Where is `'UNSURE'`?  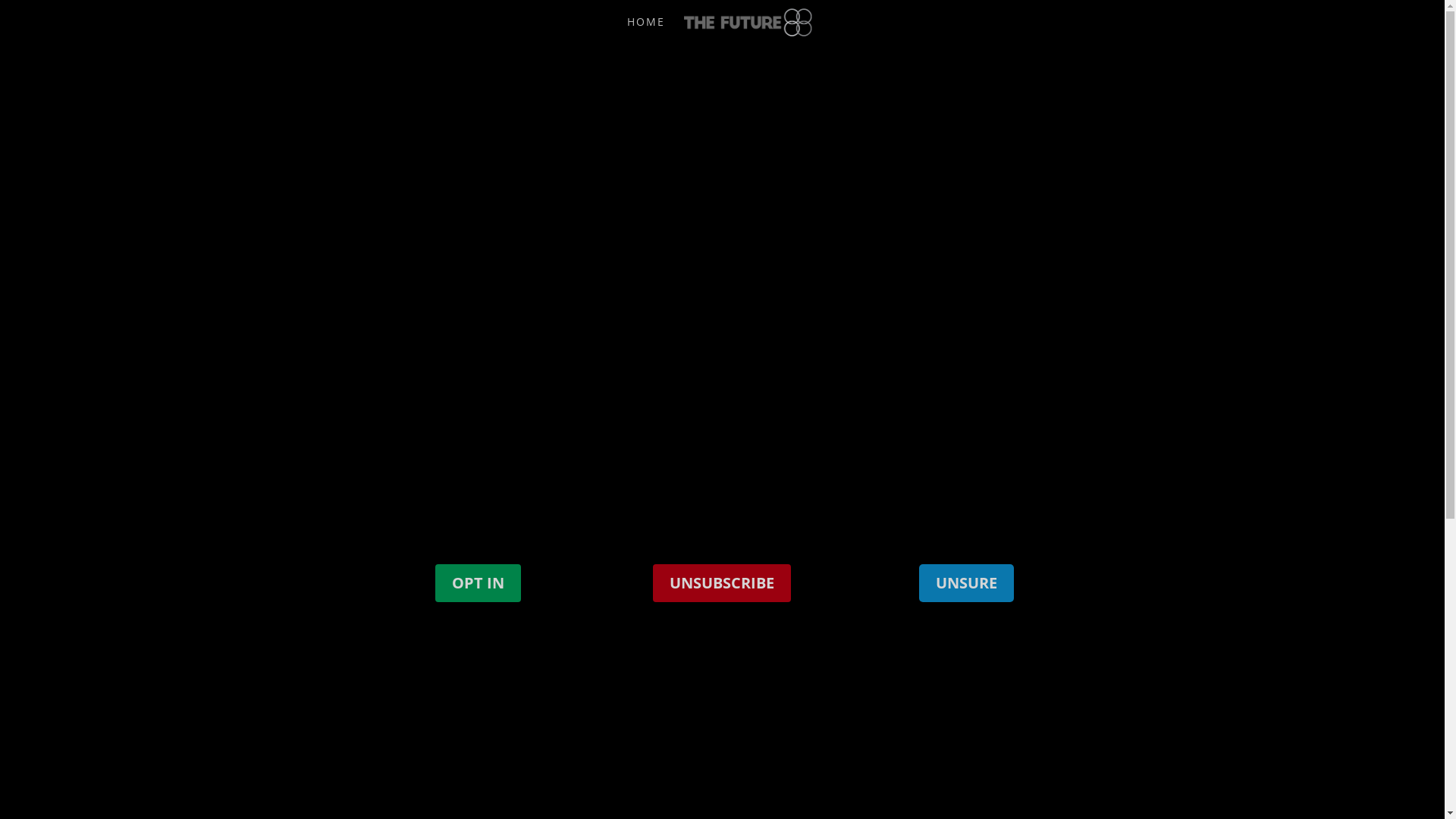
'UNSURE' is located at coordinates (965, 582).